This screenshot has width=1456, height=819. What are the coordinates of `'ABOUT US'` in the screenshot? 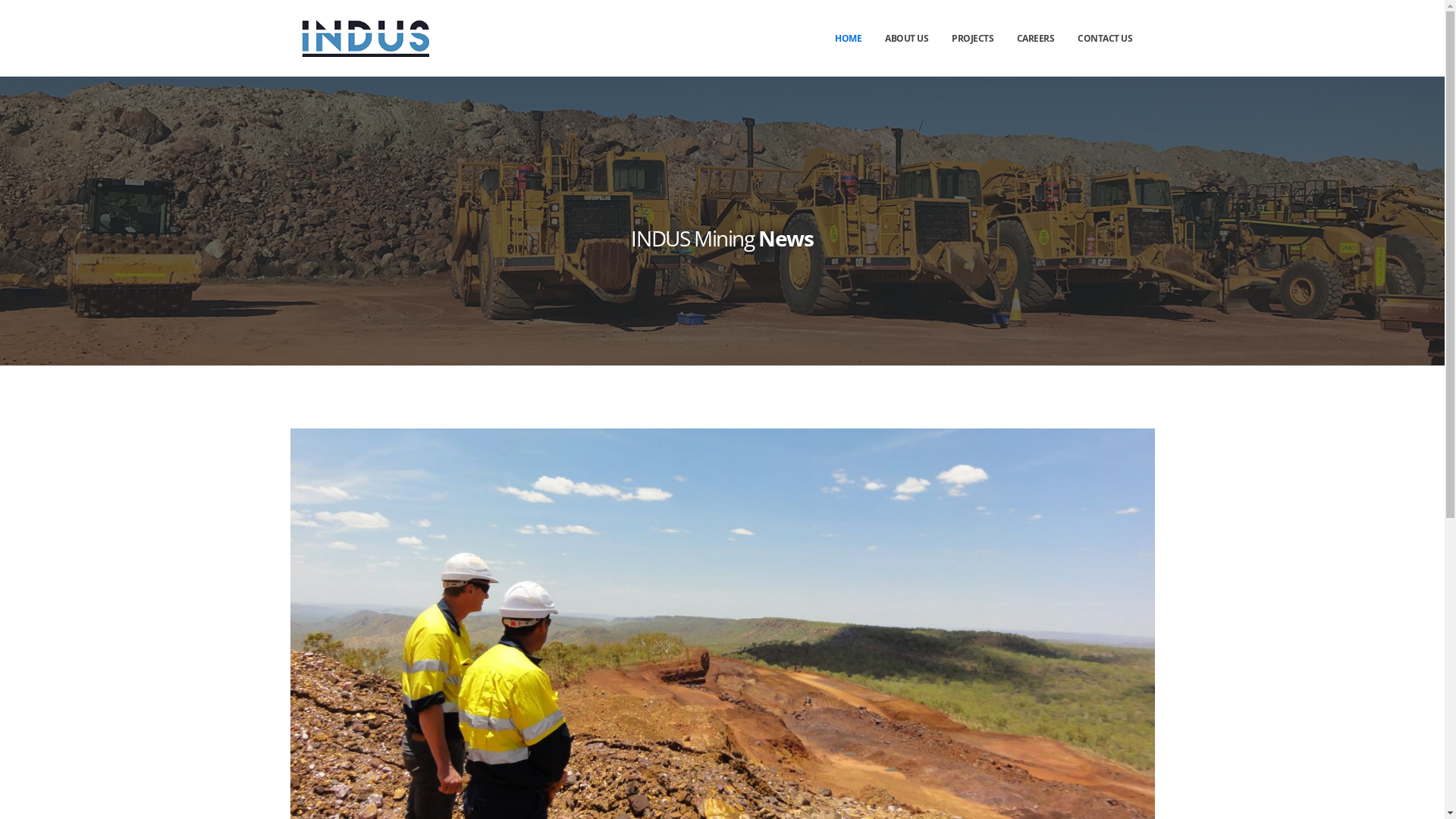 It's located at (906, 37).